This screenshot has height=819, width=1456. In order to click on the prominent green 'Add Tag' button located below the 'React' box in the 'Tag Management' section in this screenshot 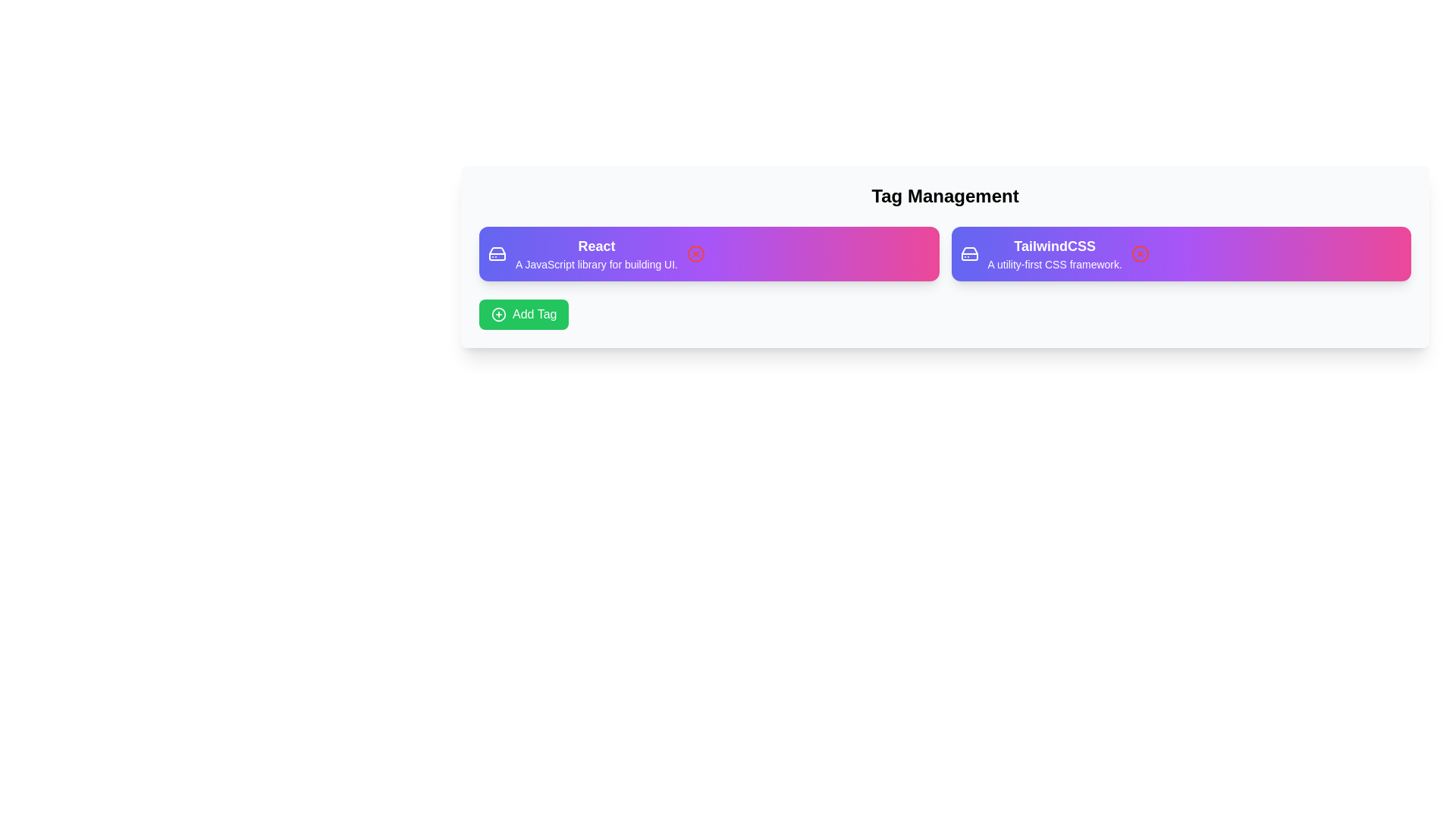, I will do `click(524, 314)`.